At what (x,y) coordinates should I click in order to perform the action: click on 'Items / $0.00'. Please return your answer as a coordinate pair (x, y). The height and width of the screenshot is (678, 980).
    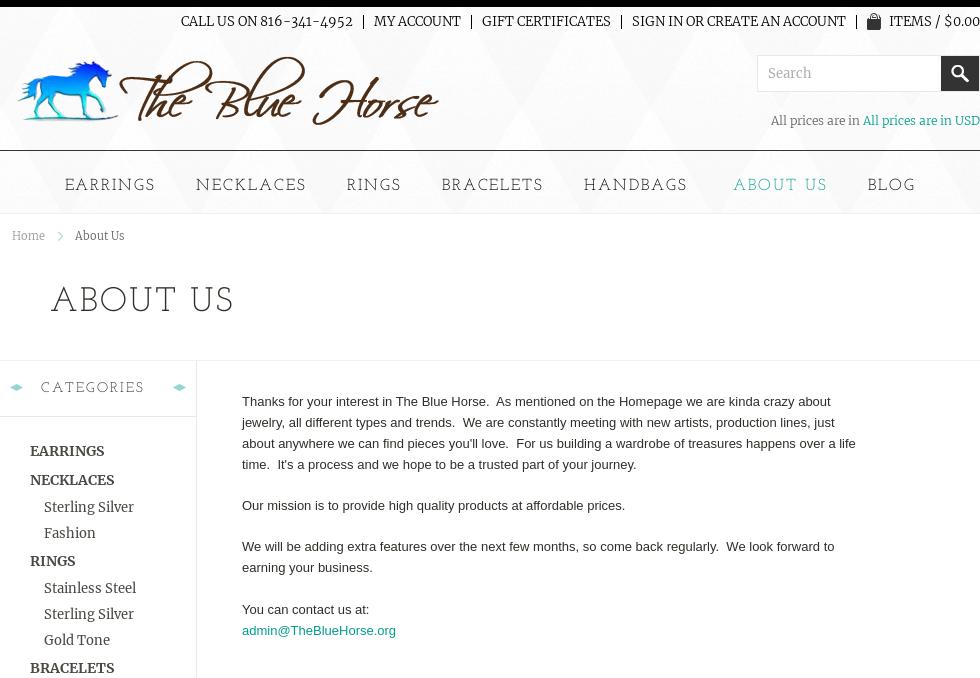
    Looking at the image, I should click on (934, 20).